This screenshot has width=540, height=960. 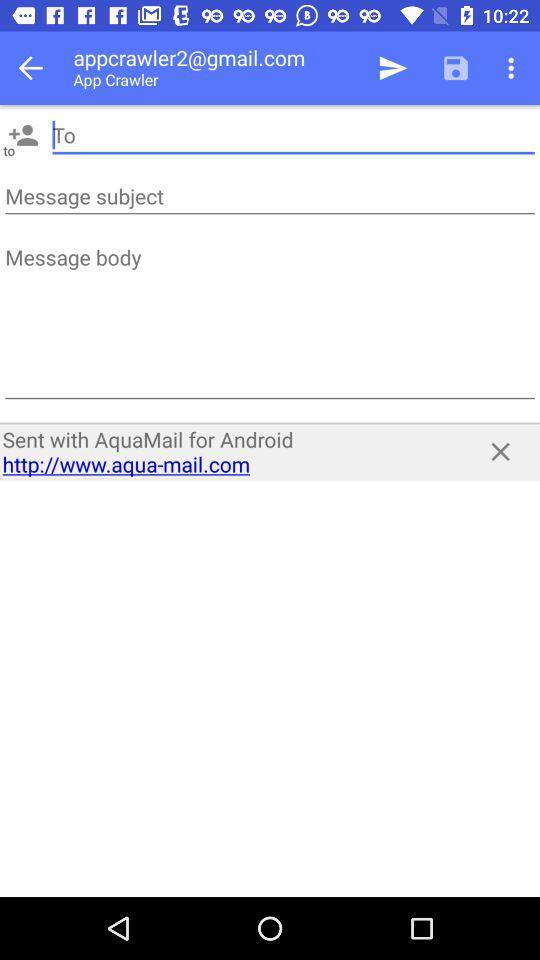 I want to click on the follow icon, so click(x=22, y=134).